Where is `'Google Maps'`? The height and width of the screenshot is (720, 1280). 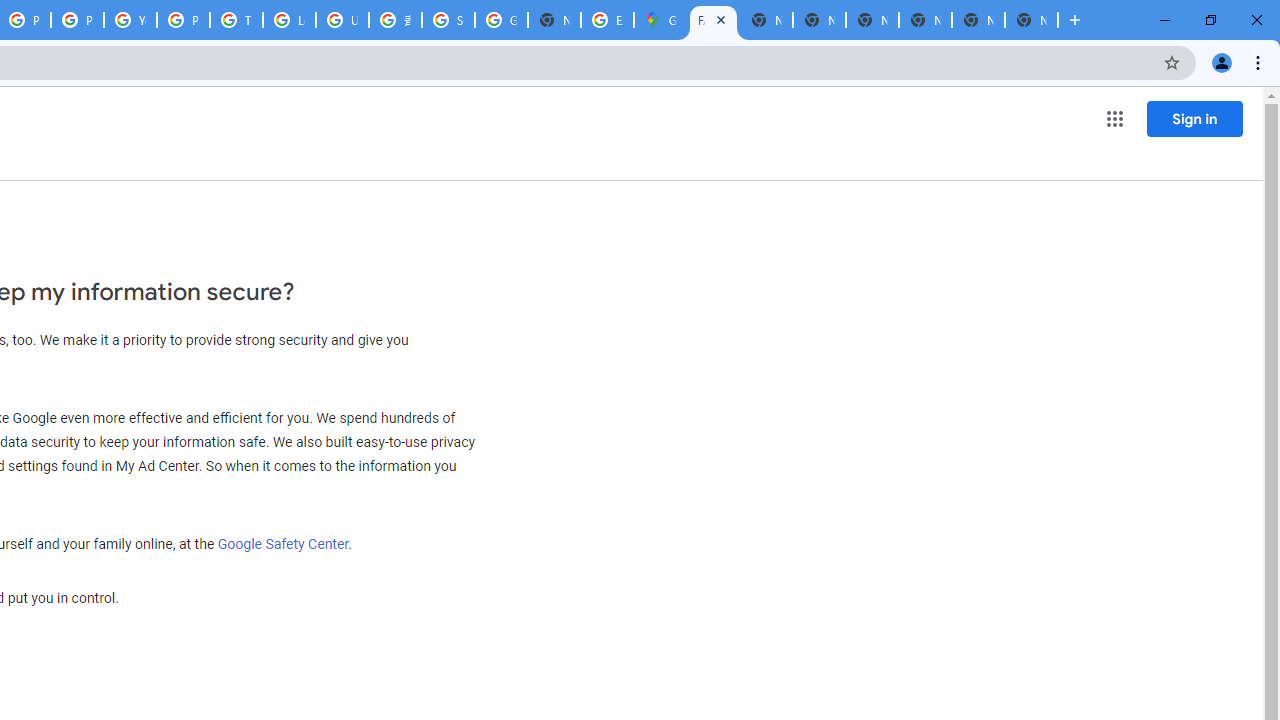
'Google Maps' is located at coordinates (660, 20).